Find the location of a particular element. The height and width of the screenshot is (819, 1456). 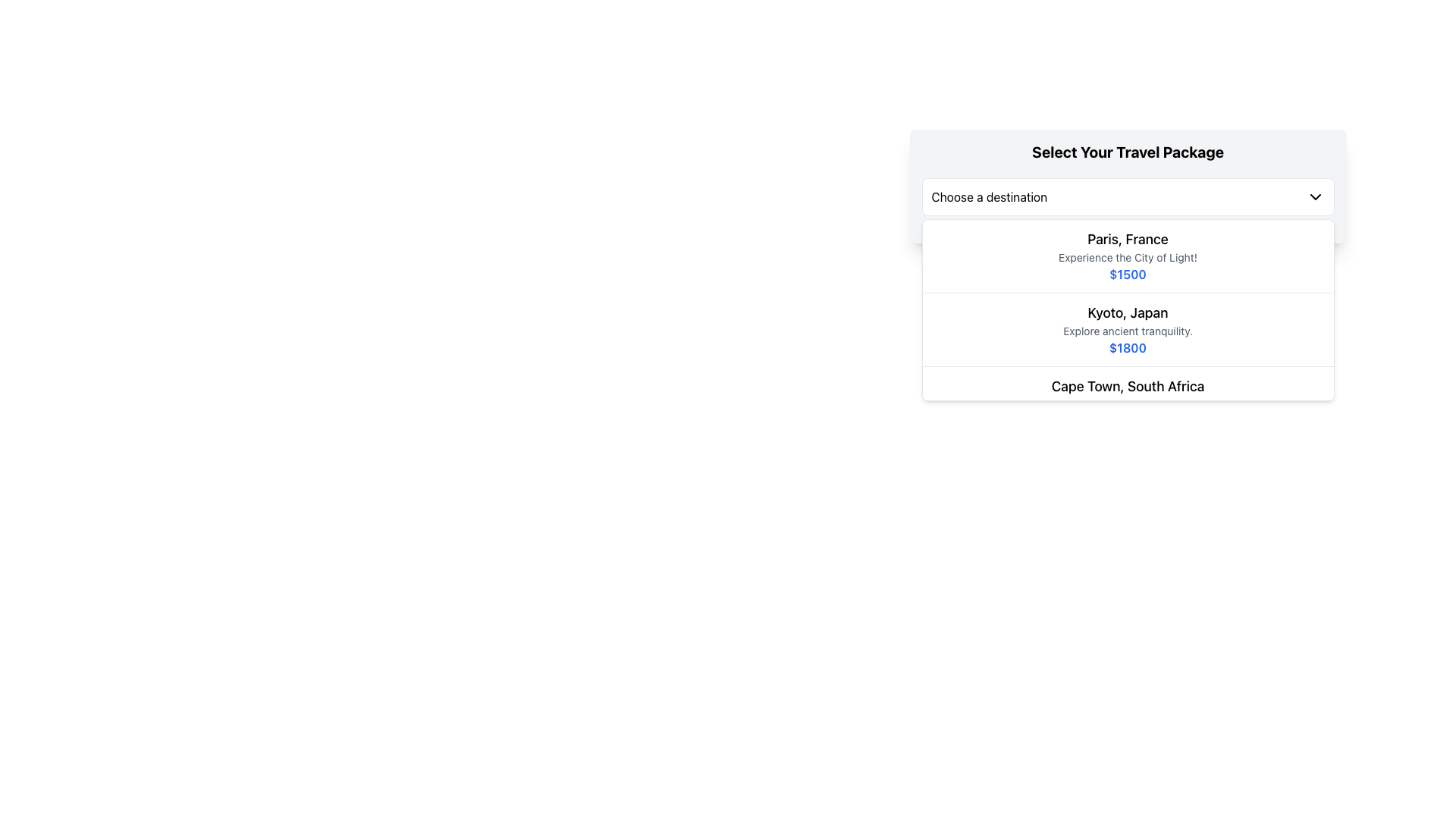

the list item labeled 'Cape Town, South Africa' is located at coordinates (1128, 403).